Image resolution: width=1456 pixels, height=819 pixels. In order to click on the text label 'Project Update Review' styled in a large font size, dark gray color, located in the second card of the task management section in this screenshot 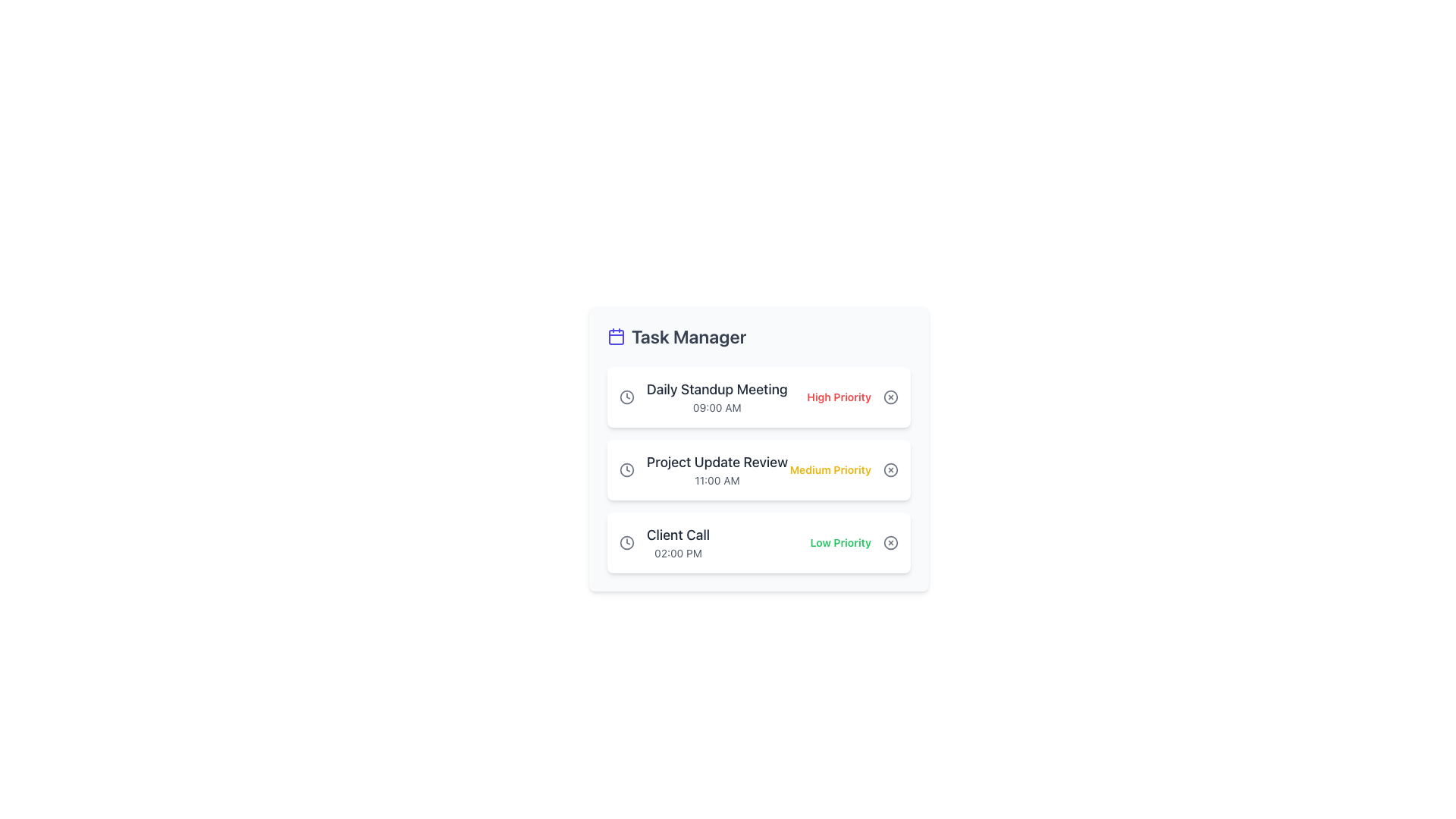, I will do `click(716, 461)`.